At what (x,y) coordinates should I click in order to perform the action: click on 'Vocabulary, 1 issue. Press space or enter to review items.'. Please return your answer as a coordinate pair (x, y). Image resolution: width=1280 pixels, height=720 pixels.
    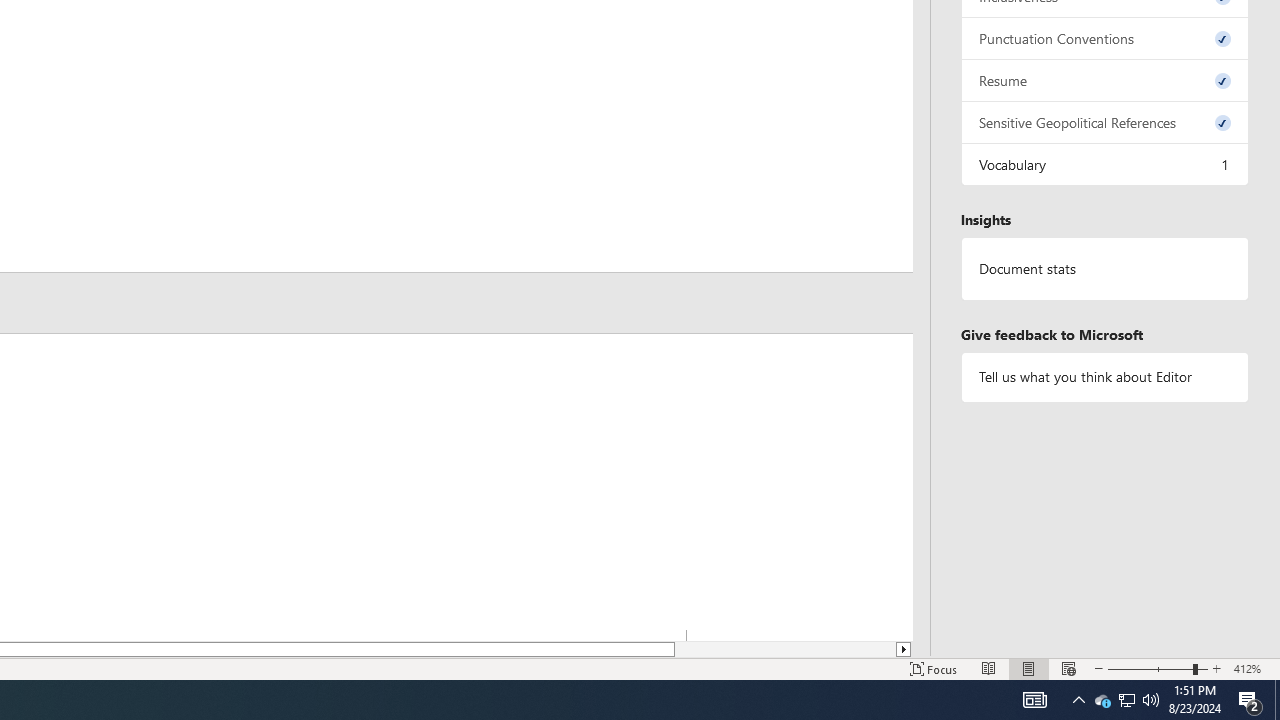
    Looking at the image, I should click on (1104, 163).